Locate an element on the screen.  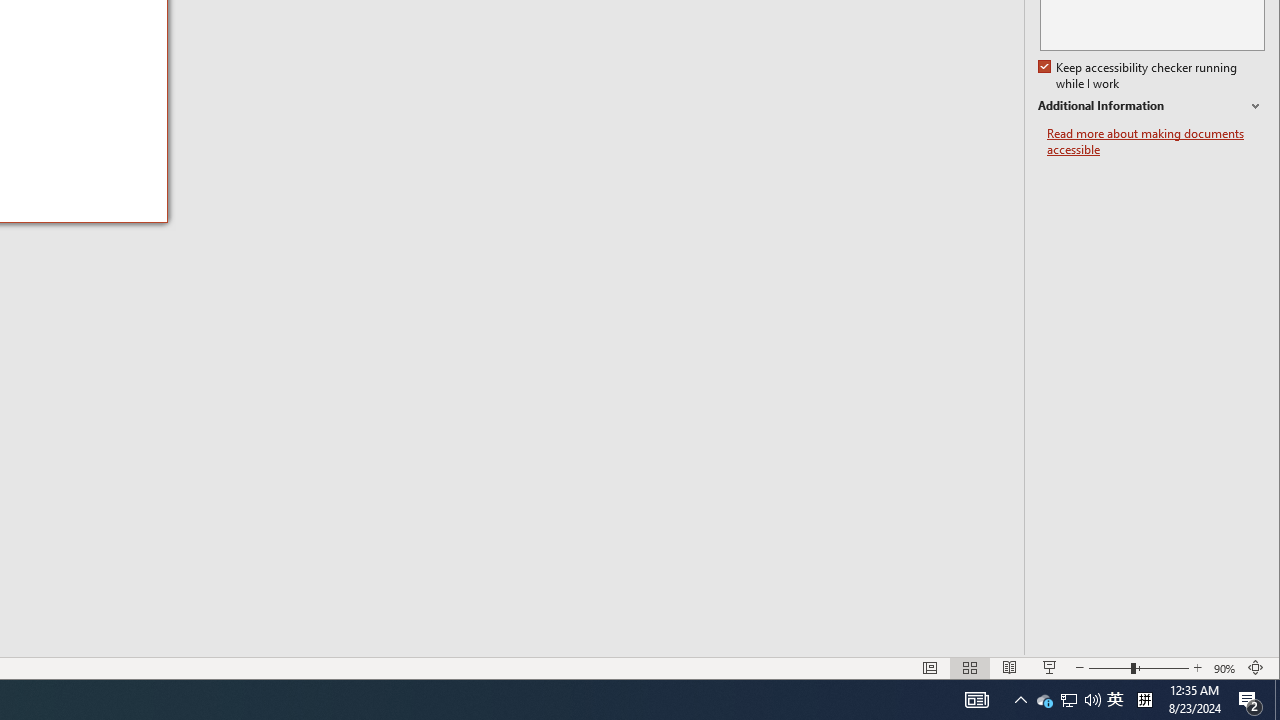
'AutomationID: 4105' is located at coordinates (1020, 698).